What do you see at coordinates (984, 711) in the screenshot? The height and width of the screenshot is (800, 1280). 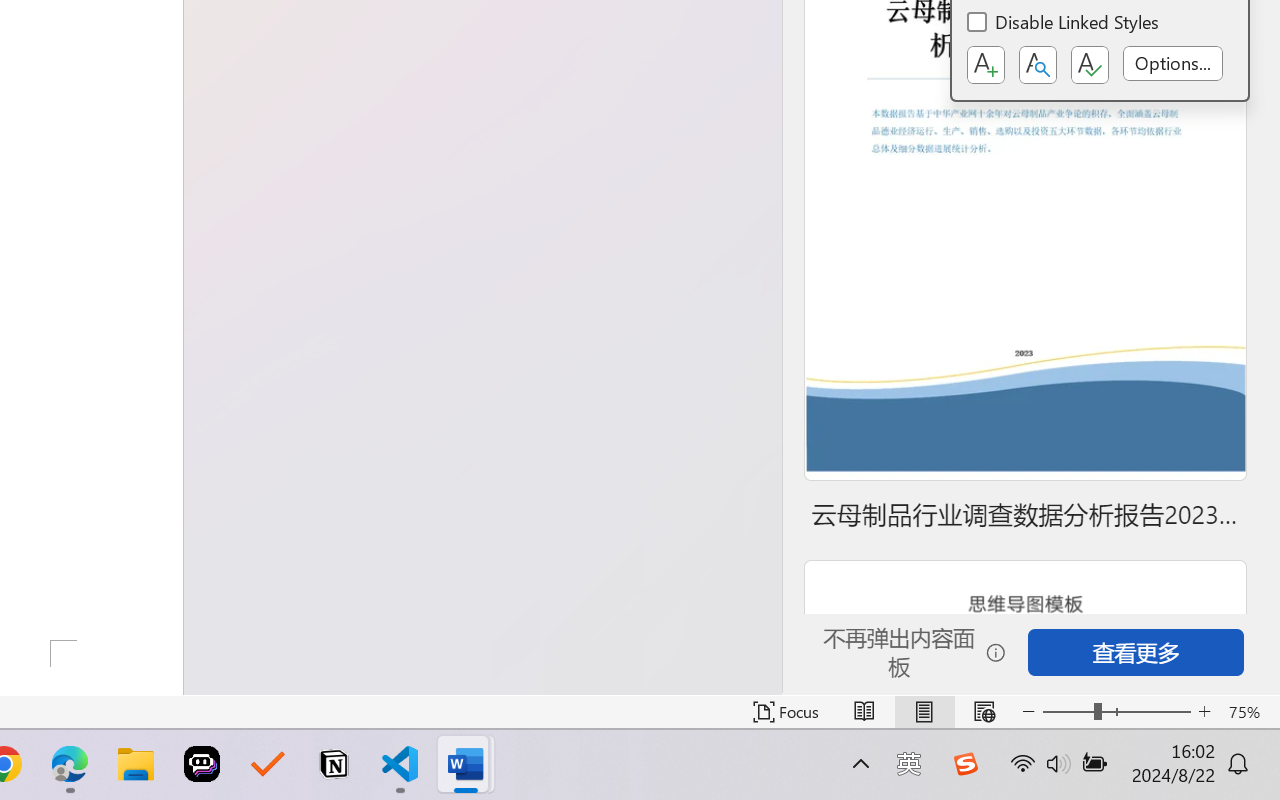 I see `'Web Layout'` at bounding box center [984, 711].